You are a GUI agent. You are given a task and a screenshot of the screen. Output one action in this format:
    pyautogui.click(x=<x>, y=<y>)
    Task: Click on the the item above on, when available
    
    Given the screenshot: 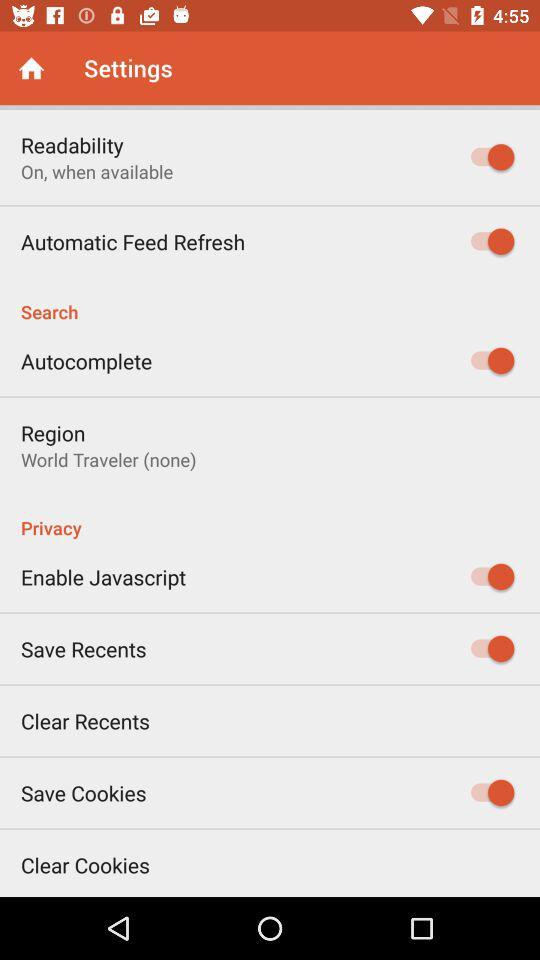 What is the action you would take?
    pyautogui.click(x=71, y=144)
    